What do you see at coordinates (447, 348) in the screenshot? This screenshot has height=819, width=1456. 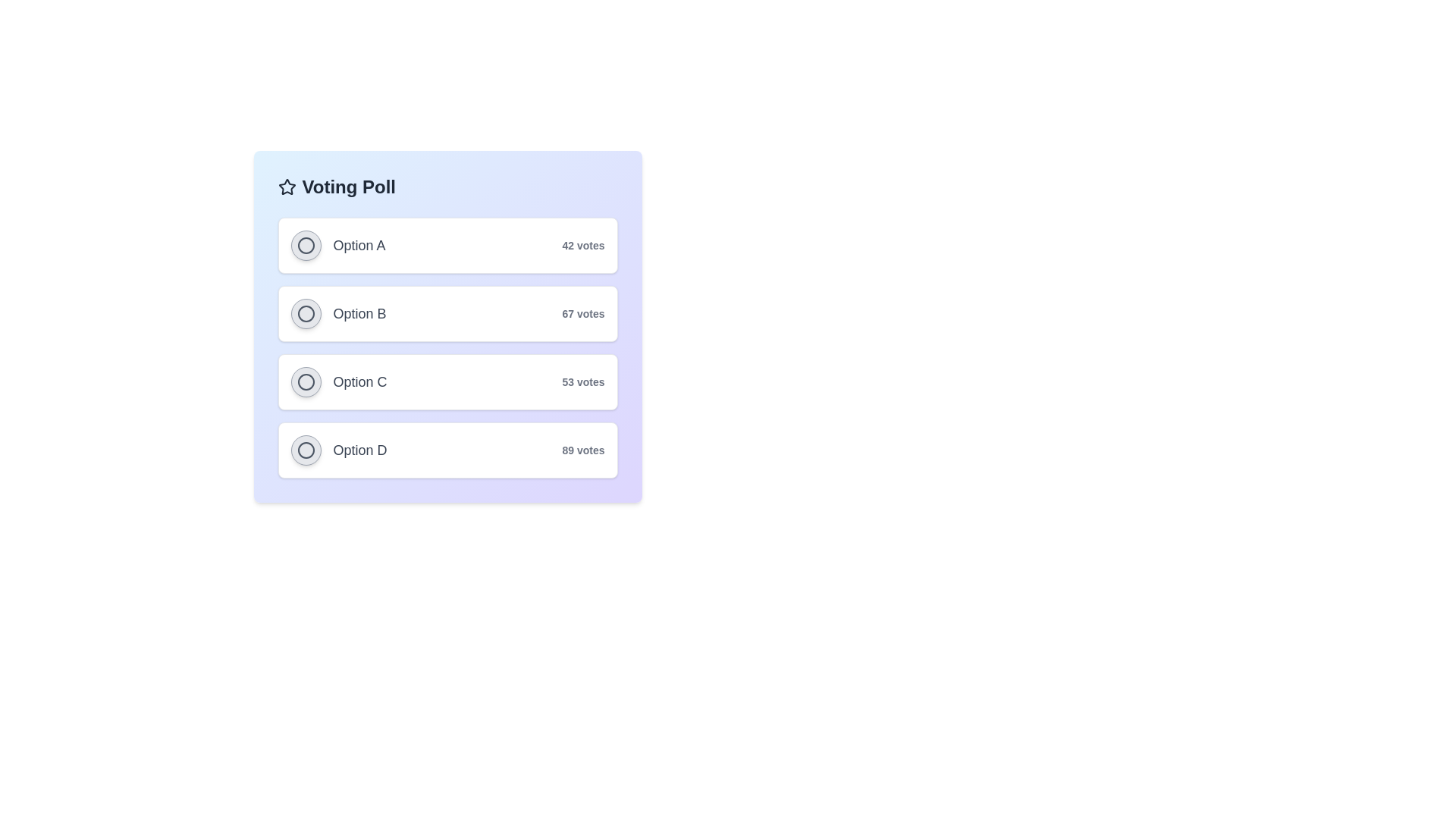 I see `one of the options in the vertical group of selectable poll choices` at bounding box center [447, 348].